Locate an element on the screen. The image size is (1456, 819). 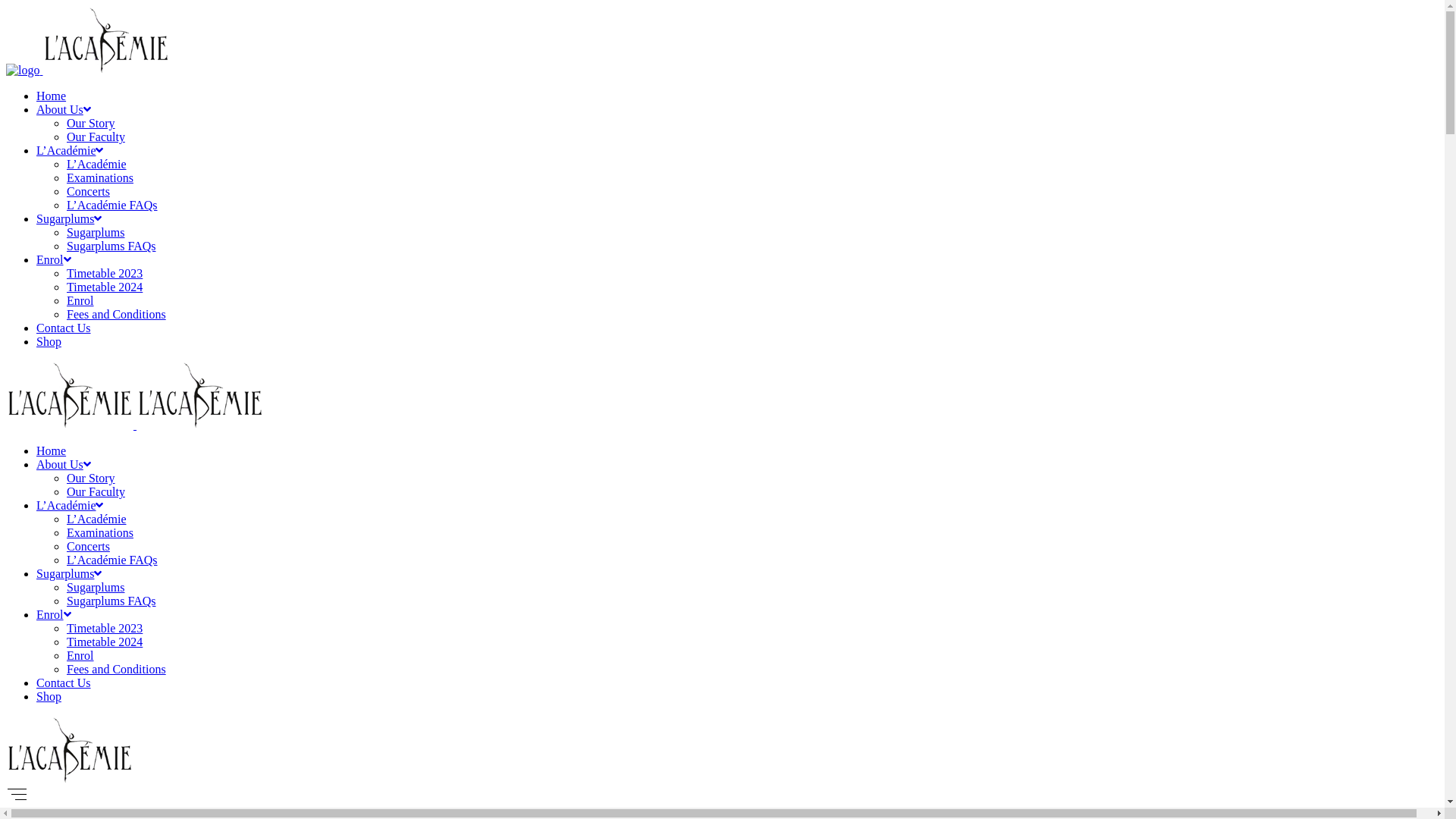
'Timetable 2024' is located at coordinates (104, 642).